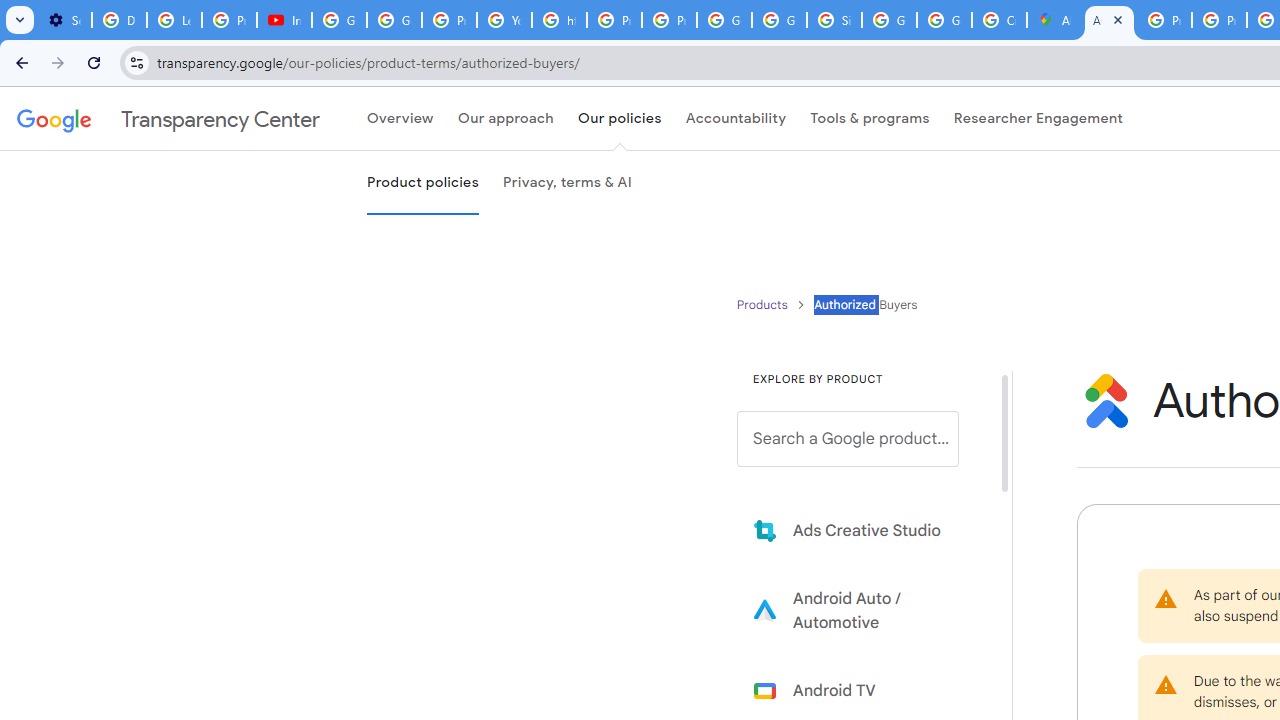  I want to click on 'Create your Google Account', so click(999, 20).